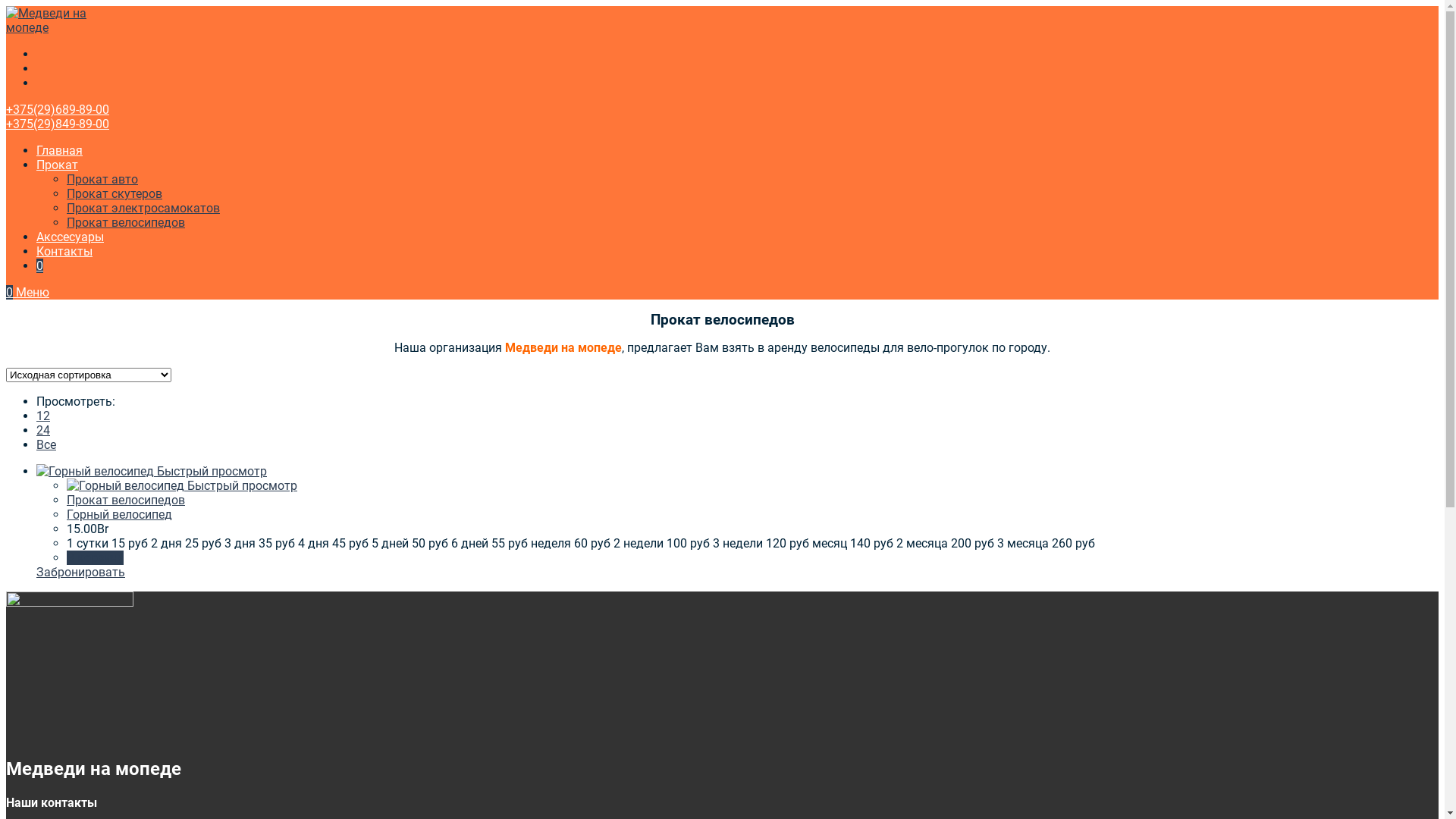 This screenshot has height=819, width=1456. What do you see at coordinates (11, 292) in the screenshot?
I see `'0'` at bounding box center [11, 292].